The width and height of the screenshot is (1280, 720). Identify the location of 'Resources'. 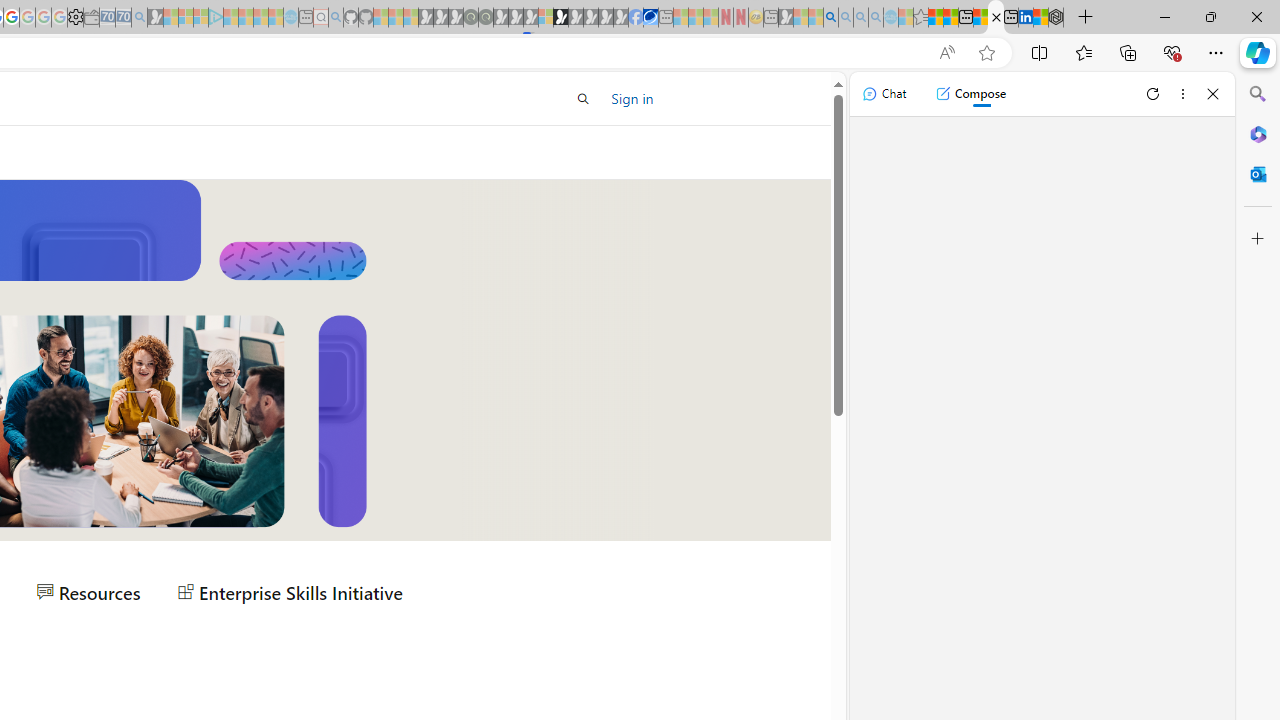
(87, 591).